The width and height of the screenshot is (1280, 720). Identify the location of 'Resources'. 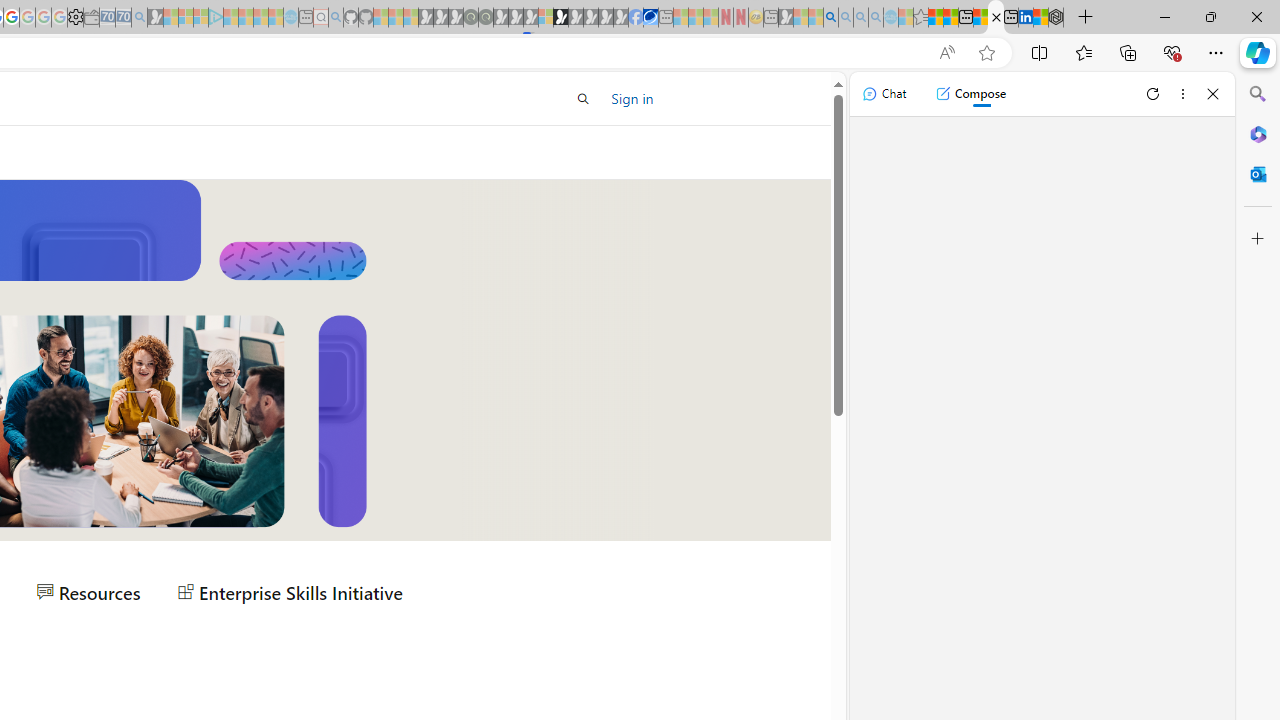
(87, 591).